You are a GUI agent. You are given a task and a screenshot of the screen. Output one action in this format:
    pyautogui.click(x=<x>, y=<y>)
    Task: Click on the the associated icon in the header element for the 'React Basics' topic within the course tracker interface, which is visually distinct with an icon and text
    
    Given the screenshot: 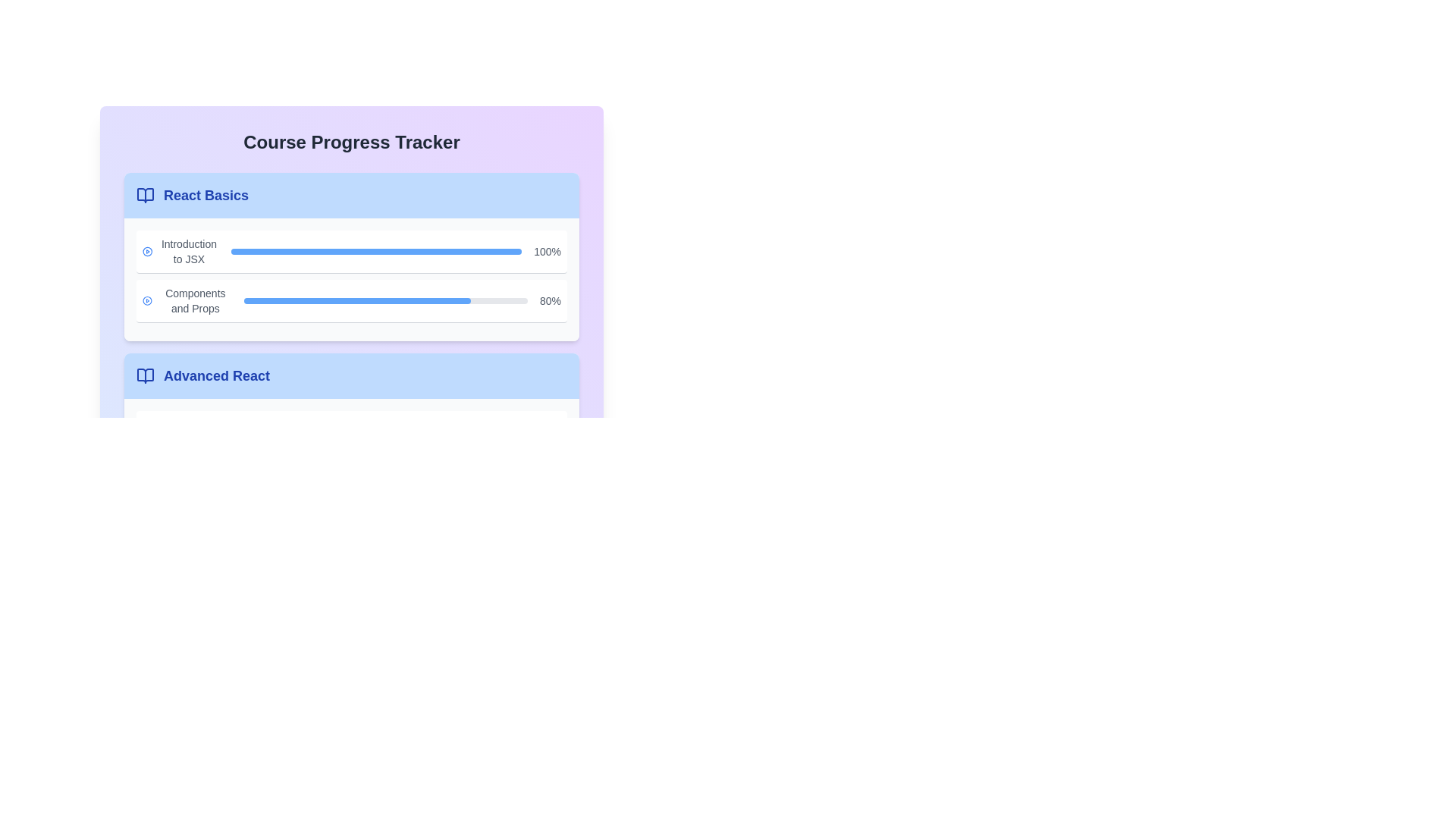 What is the action you would take?
    pyautogui.click(x=351, y=195)
    